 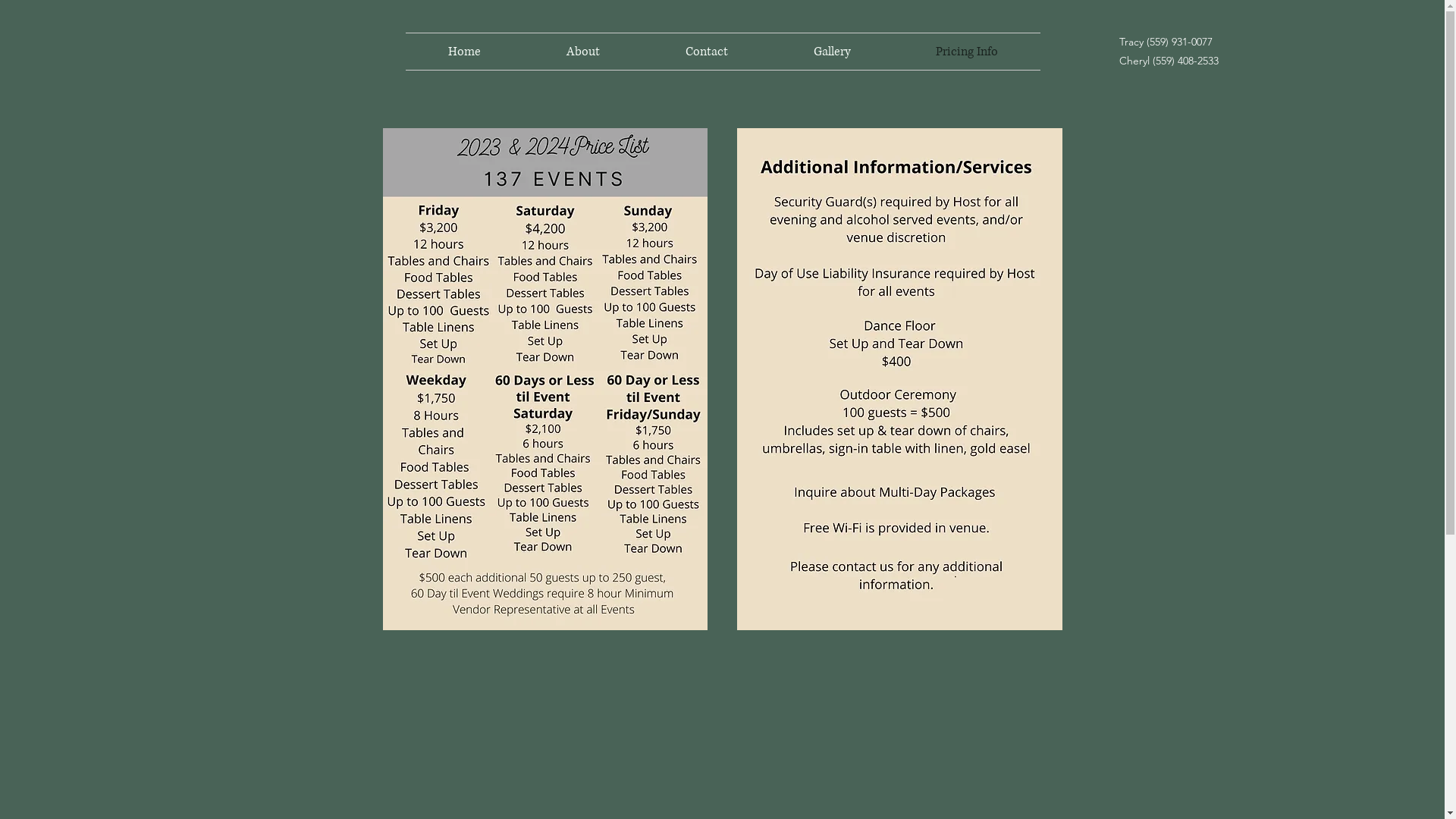 What do you see at coordinates (830, 51) in the screenshot?
I see `'Gallery'` at bounding box center [830, 51].